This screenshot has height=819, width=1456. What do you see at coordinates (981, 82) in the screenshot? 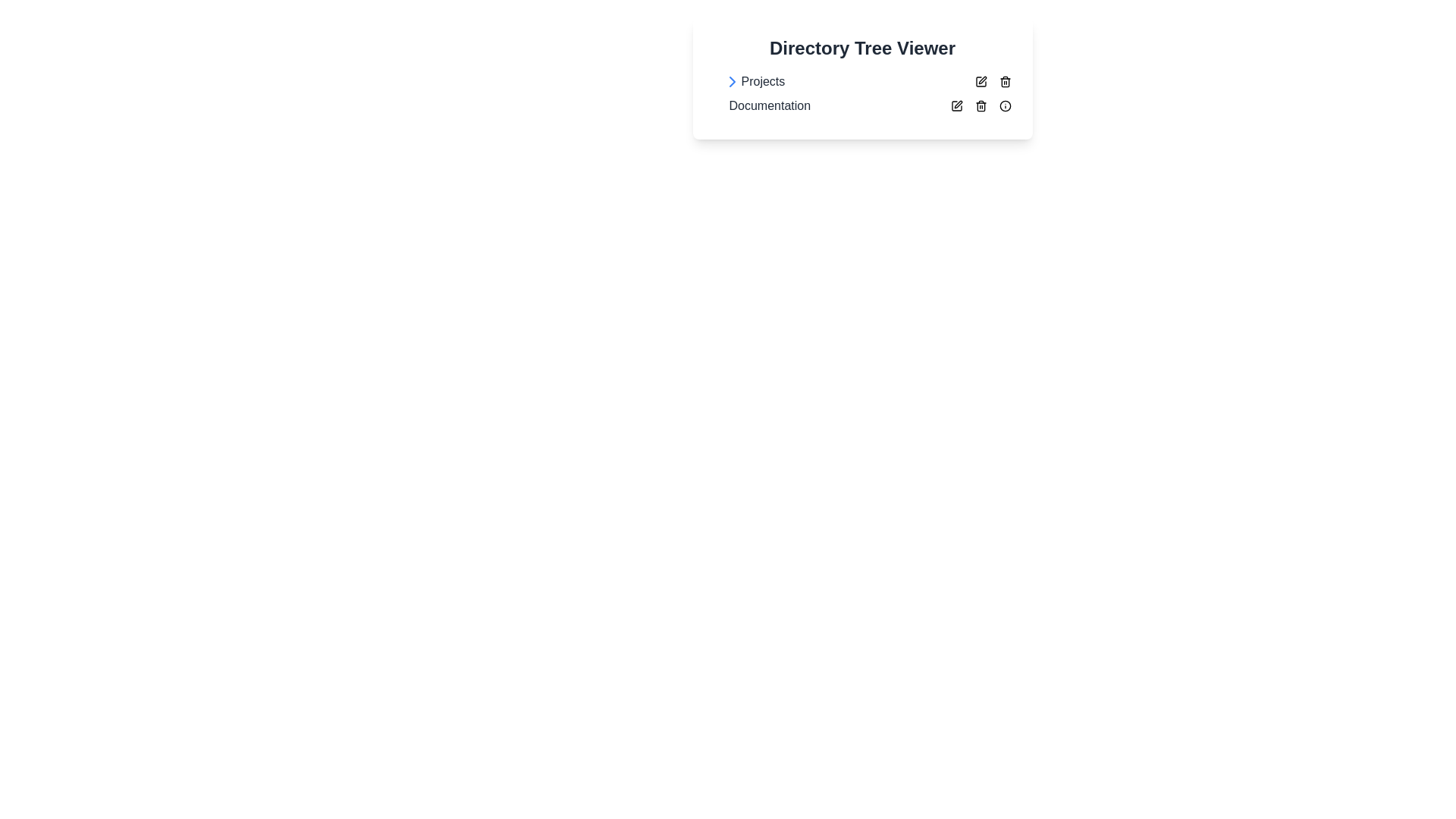
I see `the first icon button resembling a pen within a square frame in the top-right corner of the 'Directory Tree Viewer' card` at bounding box center [981, 82].